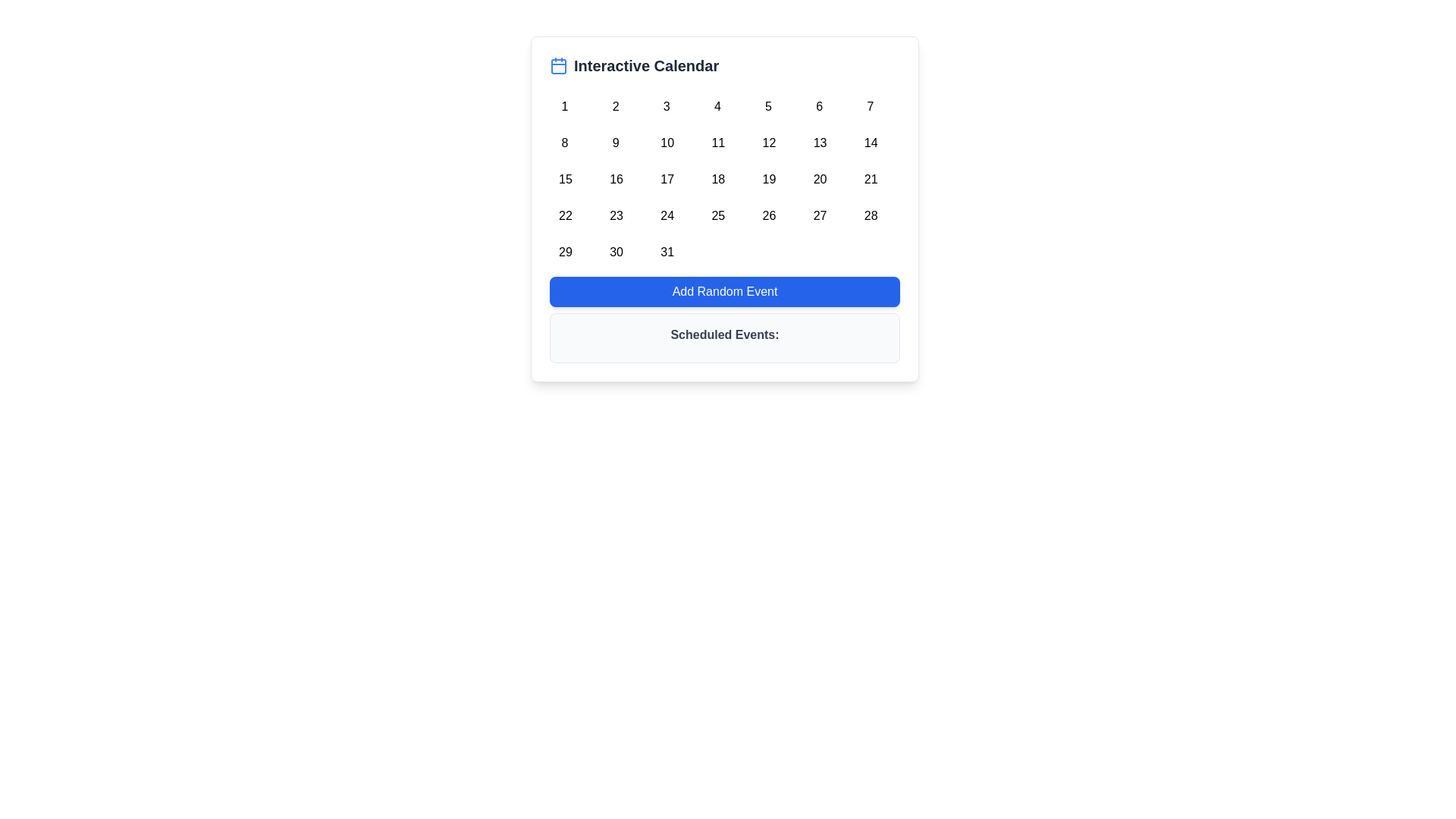 Image resolution: width=1456 pixels, height=819 pixels. What do you see at coordinates (616, 140) in the screenshot?
I see `the square-shaped button with a rounded corner that contains the number '9', located in the second row and second column of the grid layout` at bounding box center [616, 140].